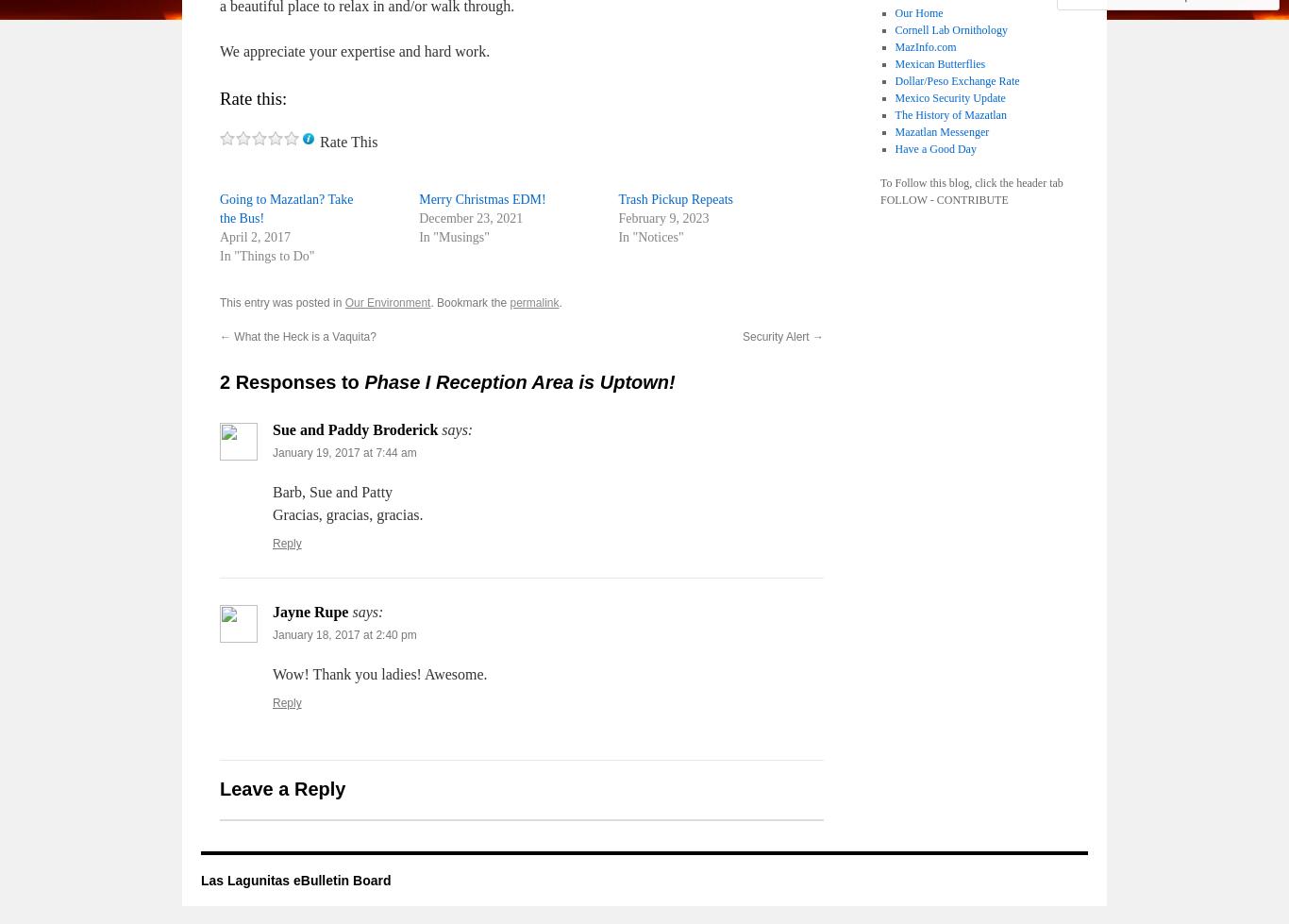  What do you see at coordinates (470, 303) in the screenshot?
I see `'. Bookmark the'` at bounding box center [470, 303].